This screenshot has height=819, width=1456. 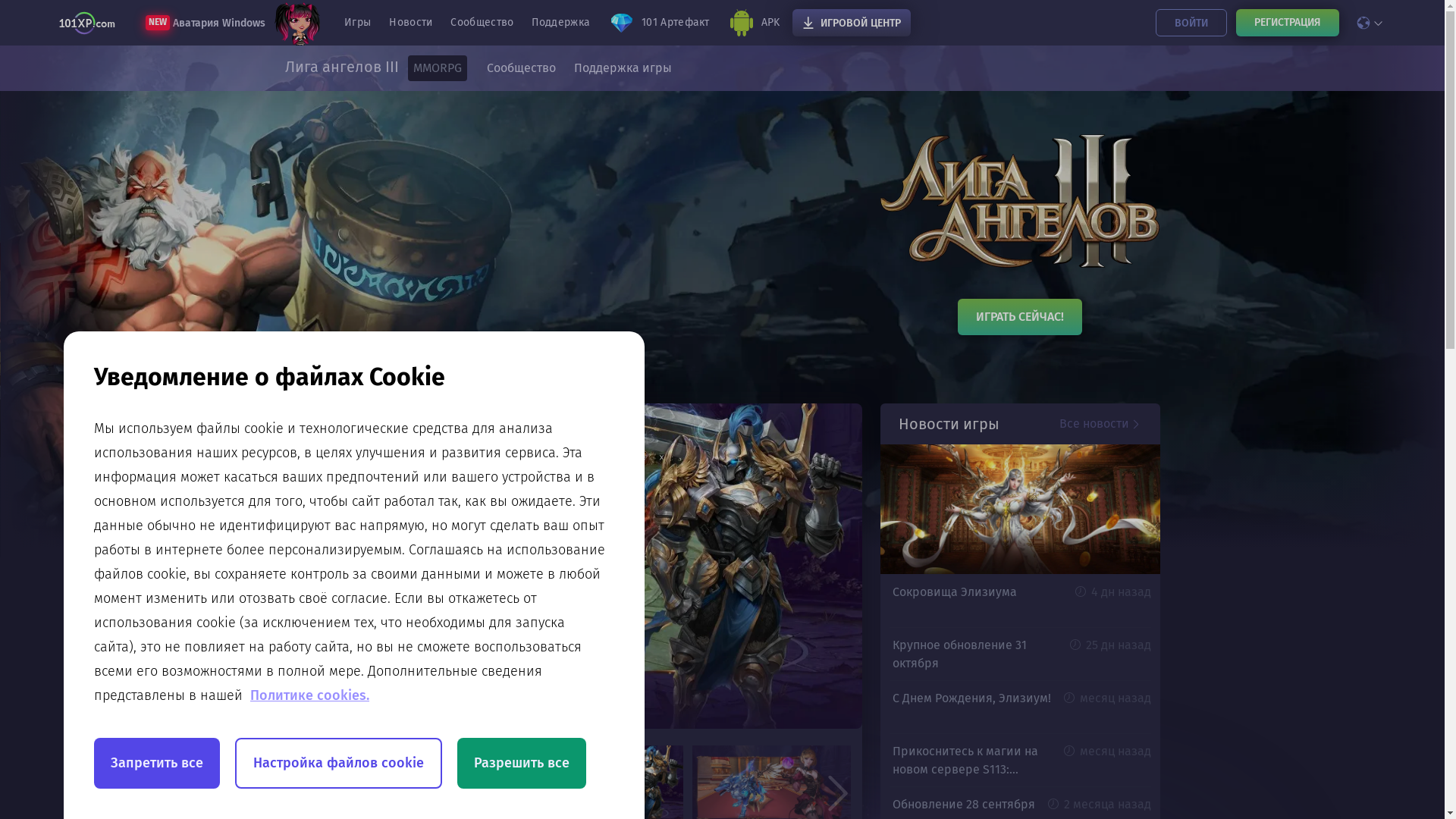 What do you see at coordinates (754, 23) in the screenshot?
I see `'APK'` at bounding box center [754, 23].